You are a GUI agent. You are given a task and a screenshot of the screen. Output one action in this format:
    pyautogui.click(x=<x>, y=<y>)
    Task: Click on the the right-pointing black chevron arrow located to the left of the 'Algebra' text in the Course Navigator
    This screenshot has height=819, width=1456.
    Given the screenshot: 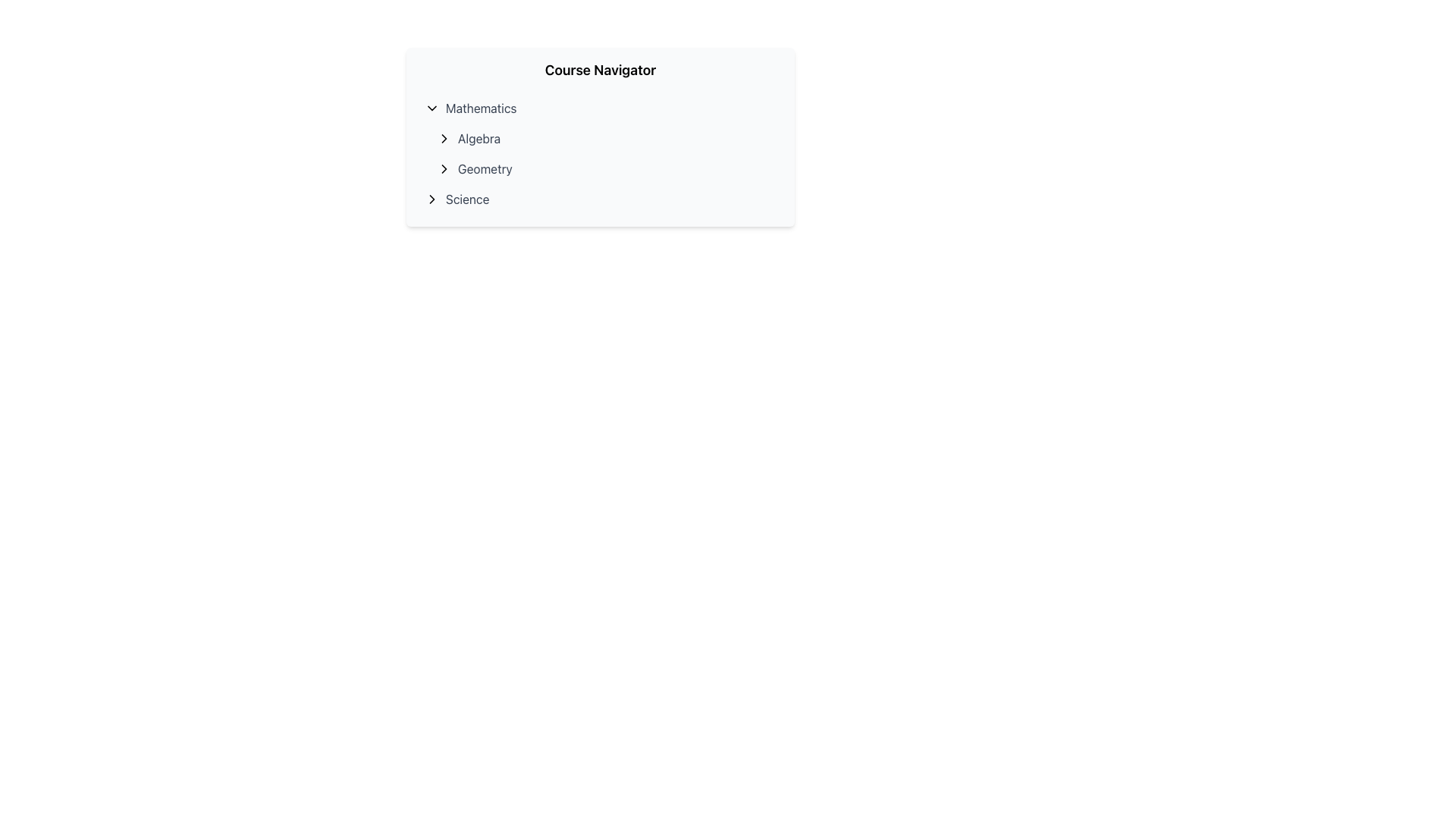 What is the action you would take?
    pyautogui.click(x=443, y=138)
    